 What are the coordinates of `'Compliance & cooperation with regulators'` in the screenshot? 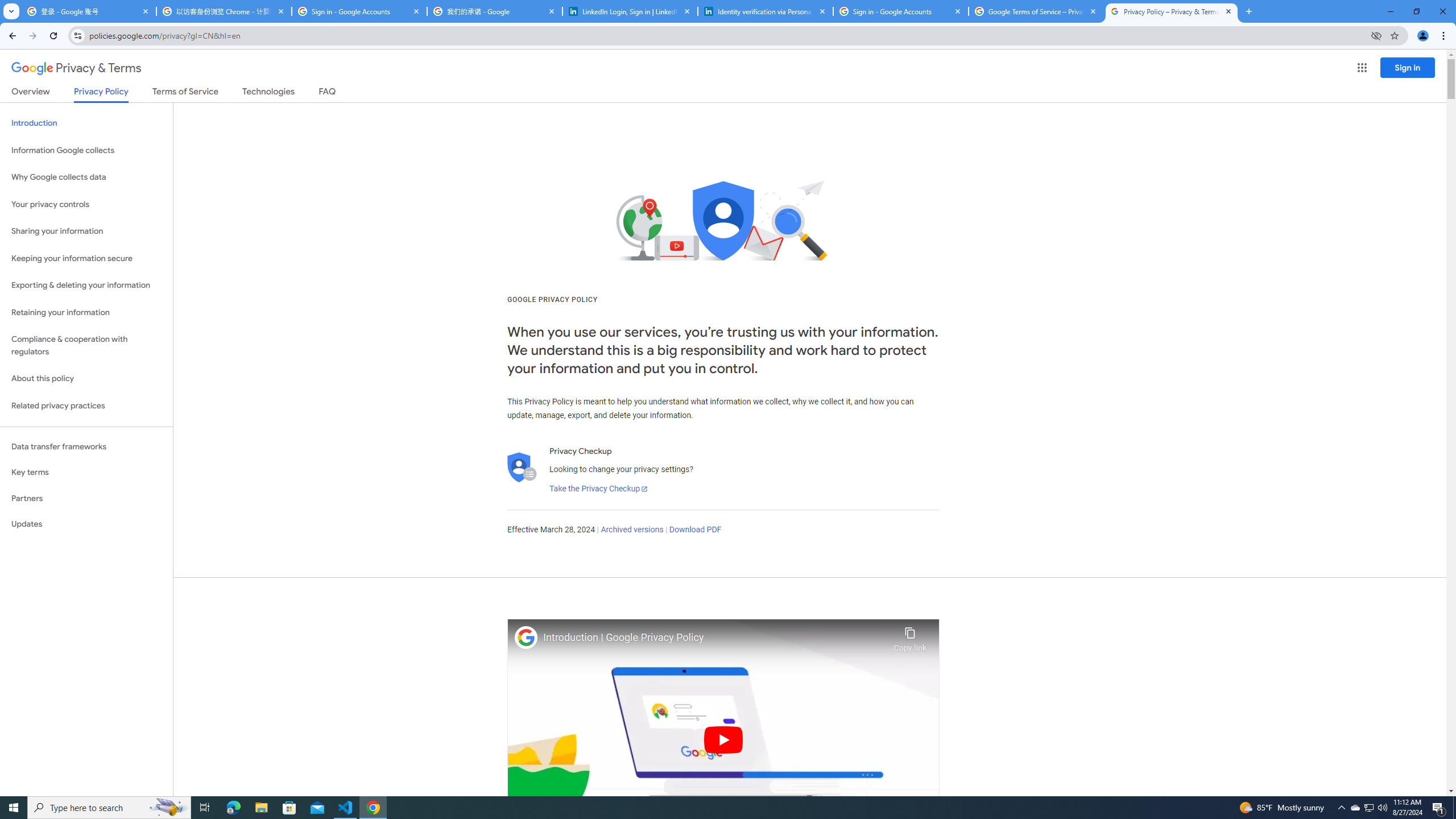 It's located at (86, 346).